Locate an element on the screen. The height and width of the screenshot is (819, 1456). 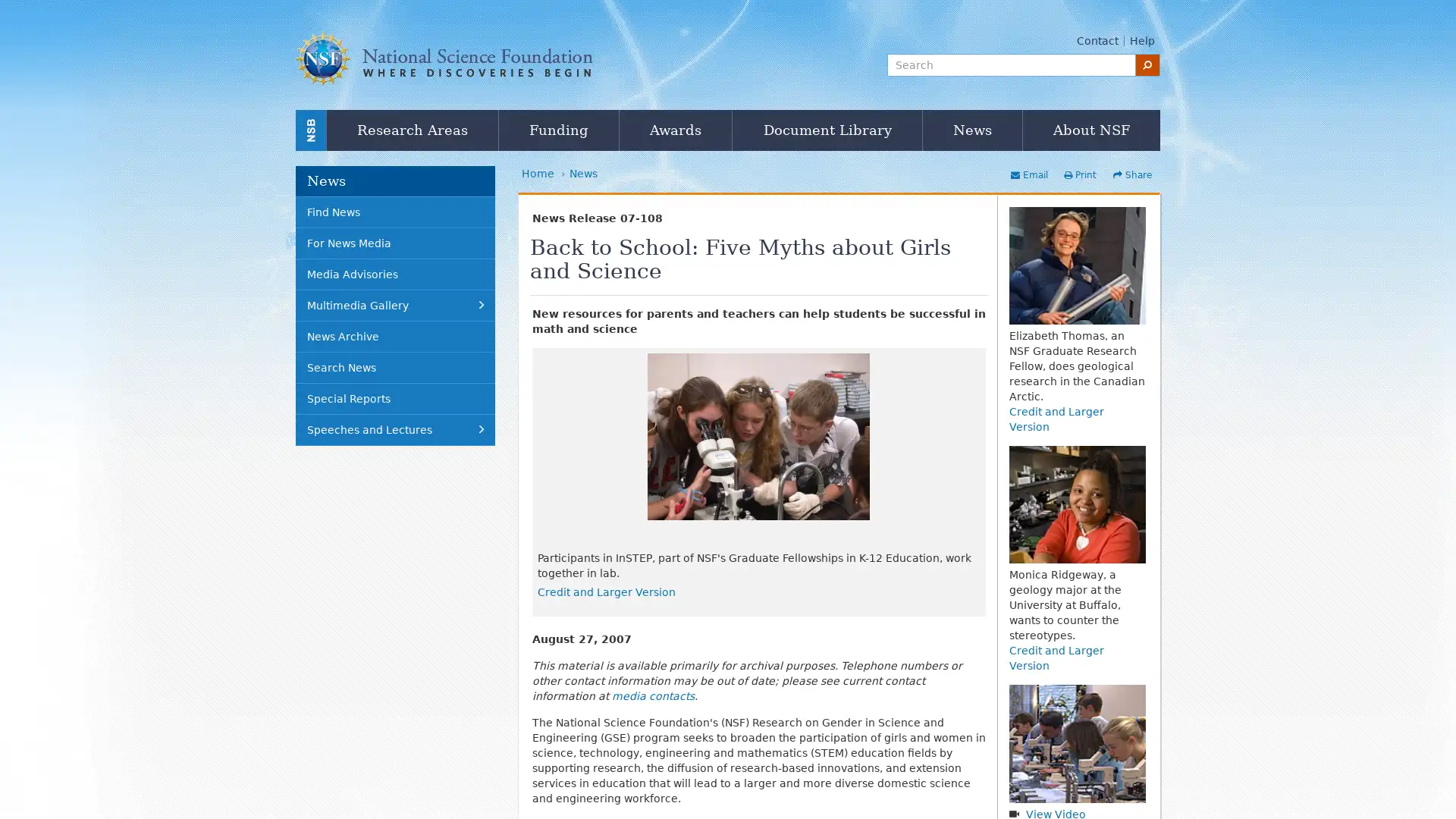
search is located at coordinates (1147, 64).